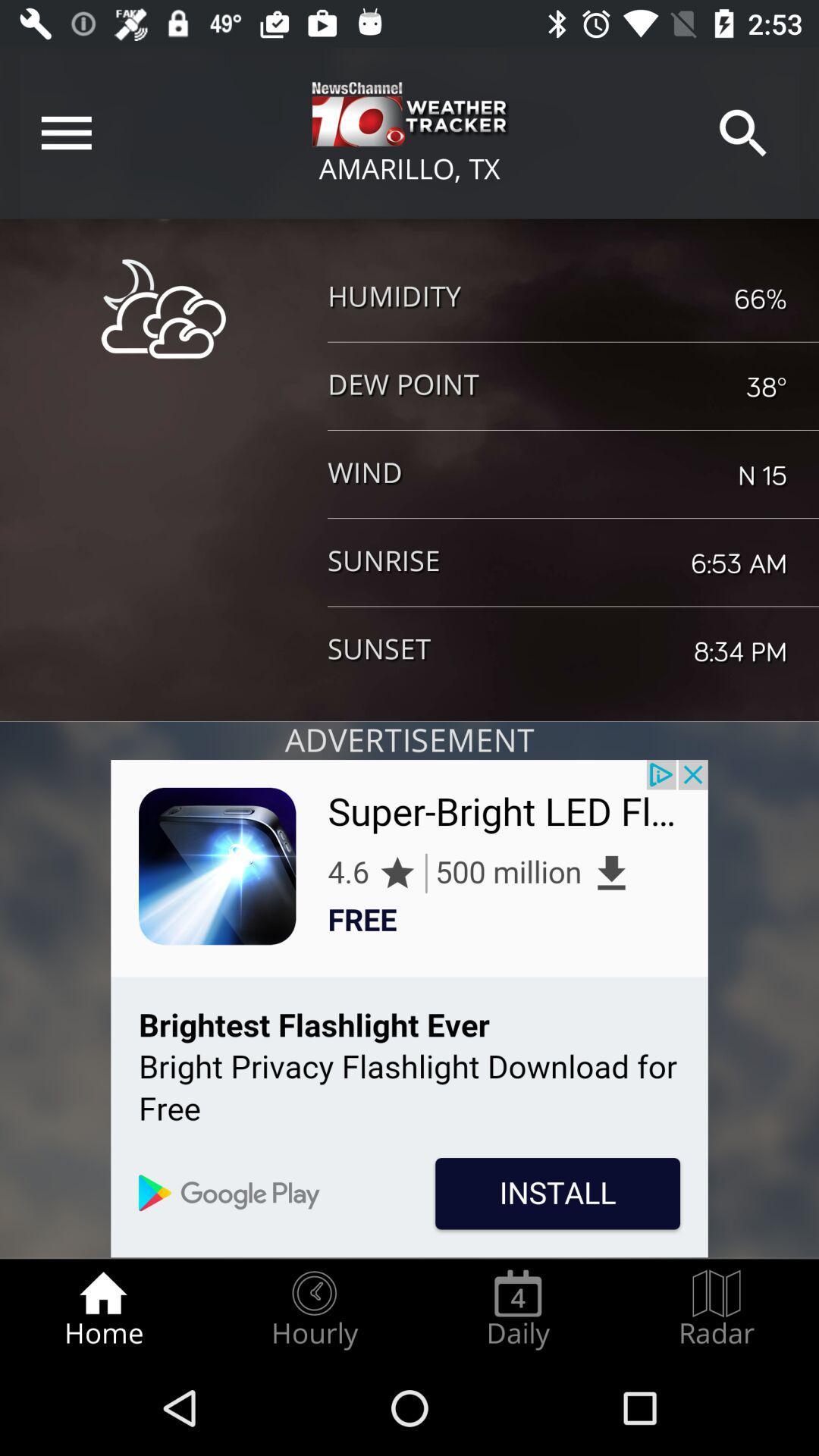 The width and height of the screenshot is (819, 1456). What do you see at coordinates (517, 1309) in the screenshot?
I see `item next to radar icon` at bounding box center [517, 1309].